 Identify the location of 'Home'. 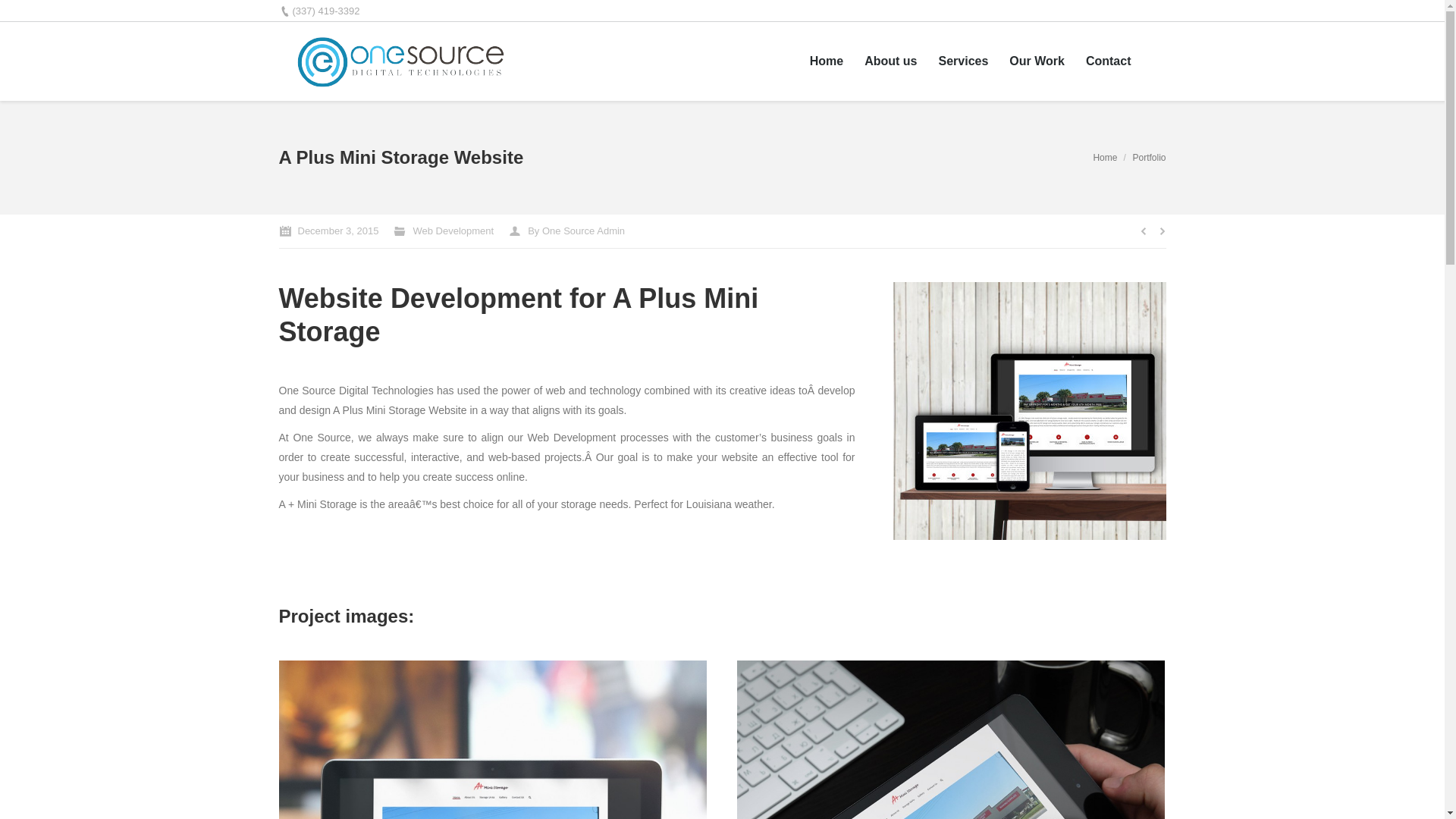
(1105, 158).